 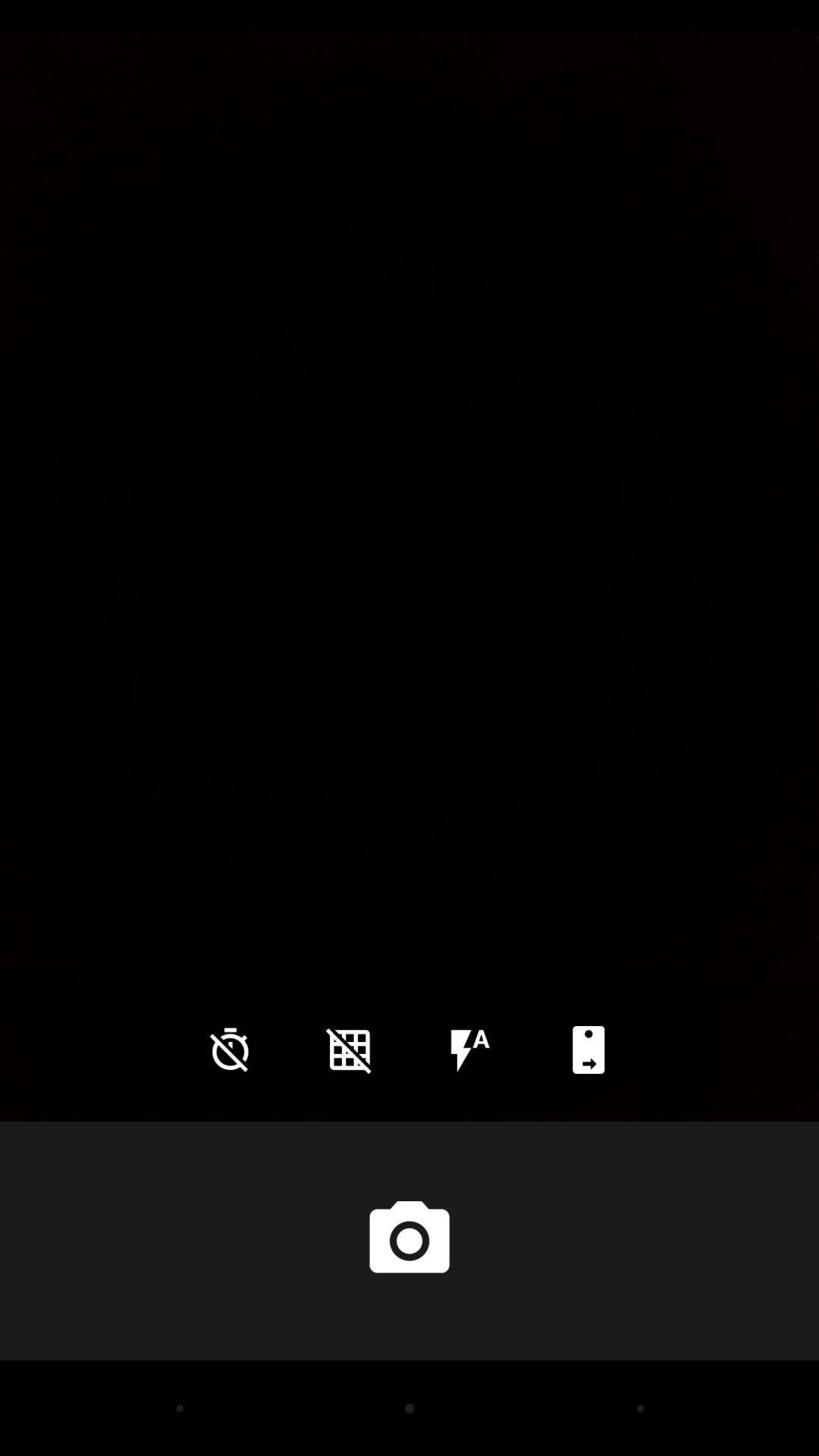 I want to click on the time icon, so click(x=230, y=1049).